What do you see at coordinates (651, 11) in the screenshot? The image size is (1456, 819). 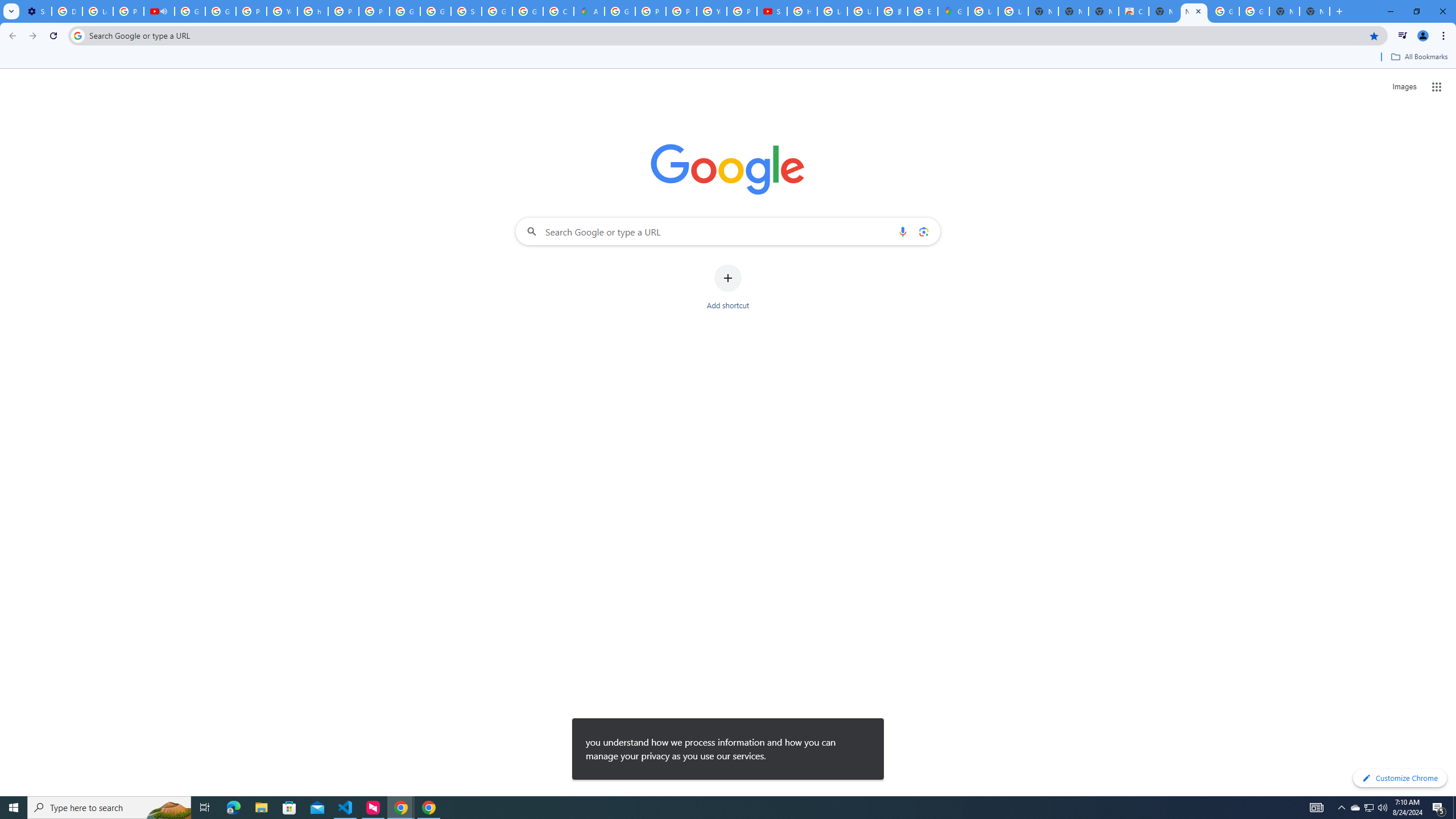 I see `'Privacy Help Center - Policies Help'` at bounding box center [651, 11].